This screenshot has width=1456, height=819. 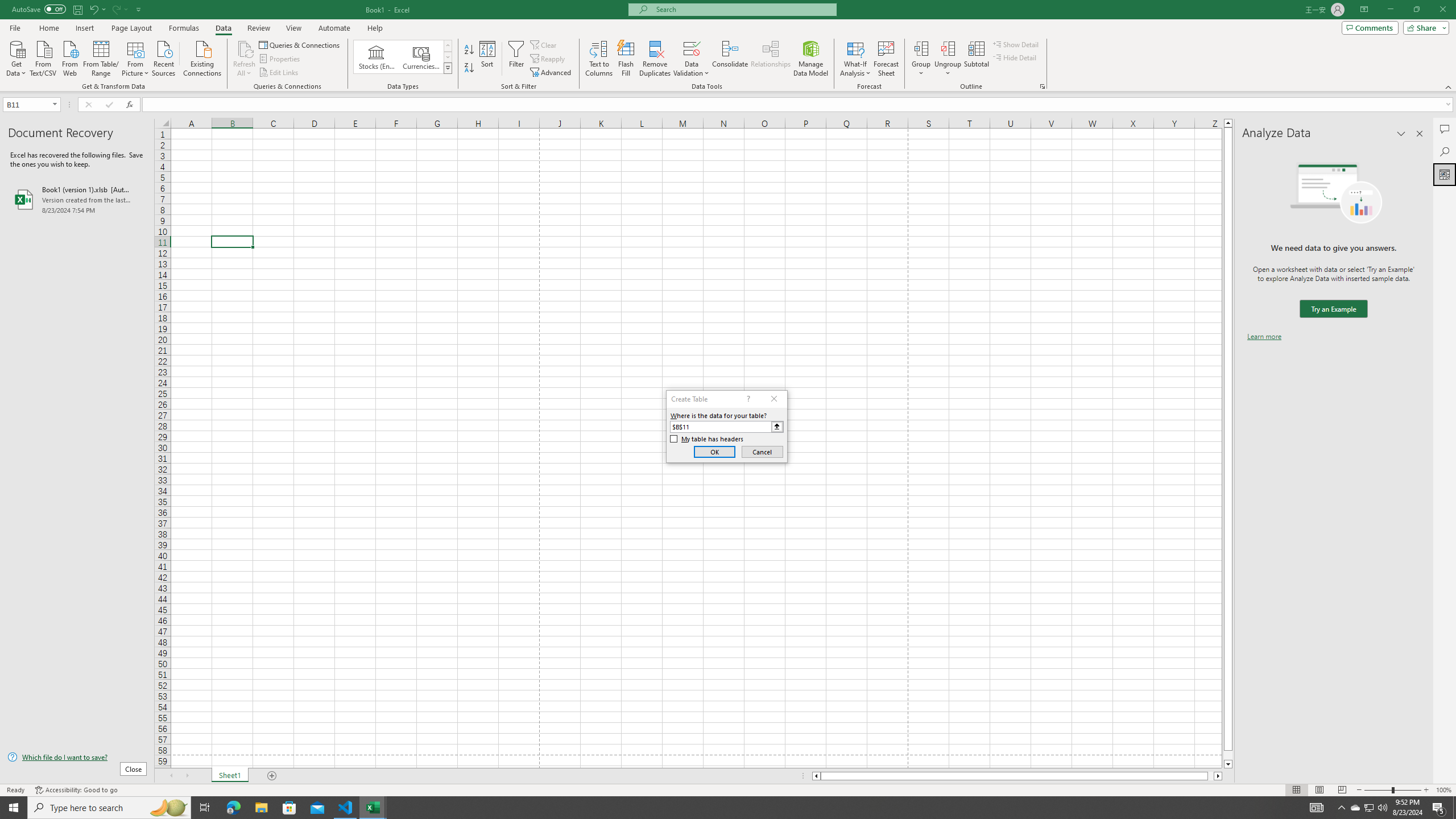 I want to click on 'Flash Fill', so click(x=626, y=59).